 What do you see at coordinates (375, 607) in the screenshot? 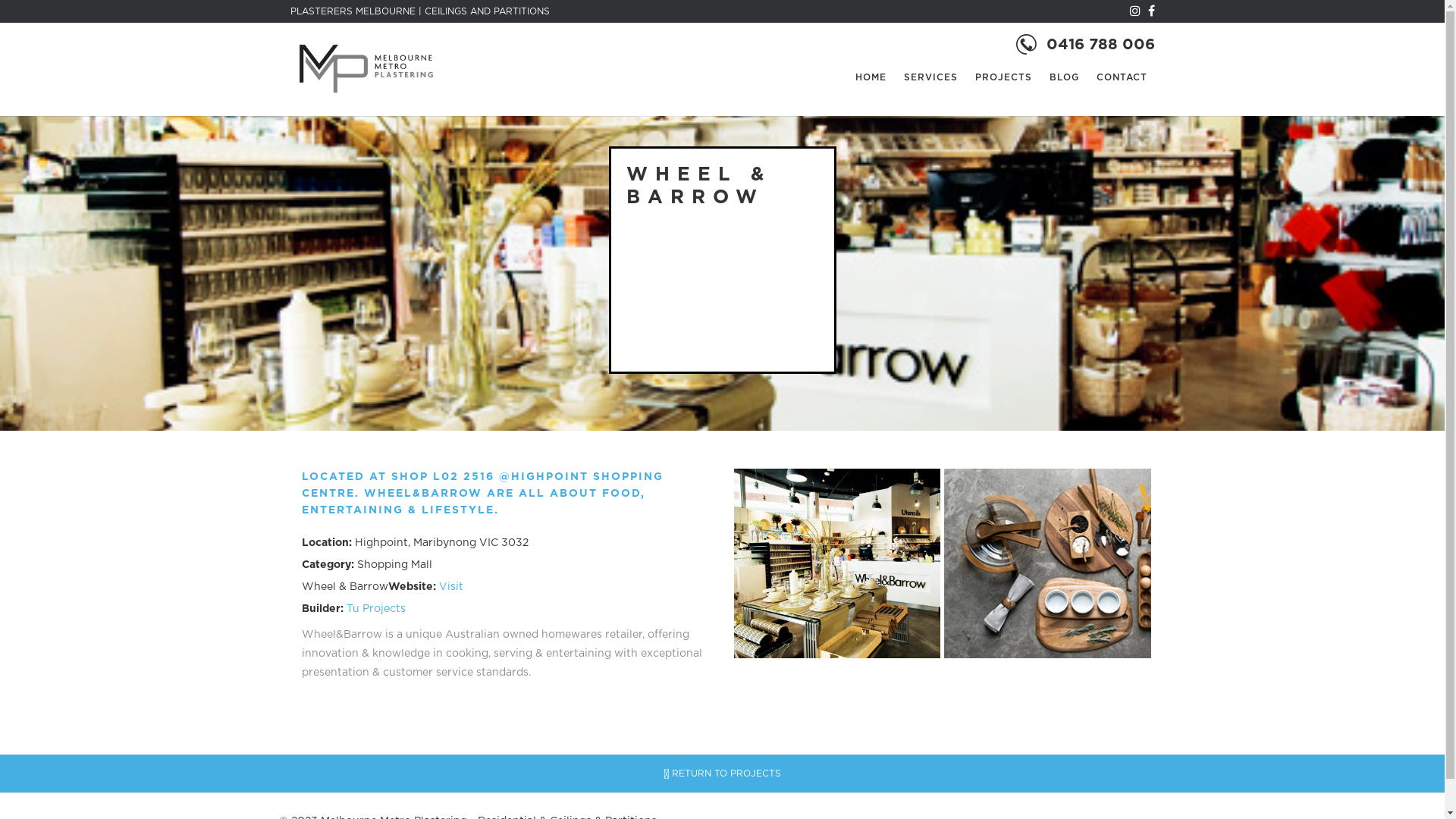
I see `'Tu Projects'` at bounding box center [375, 607].